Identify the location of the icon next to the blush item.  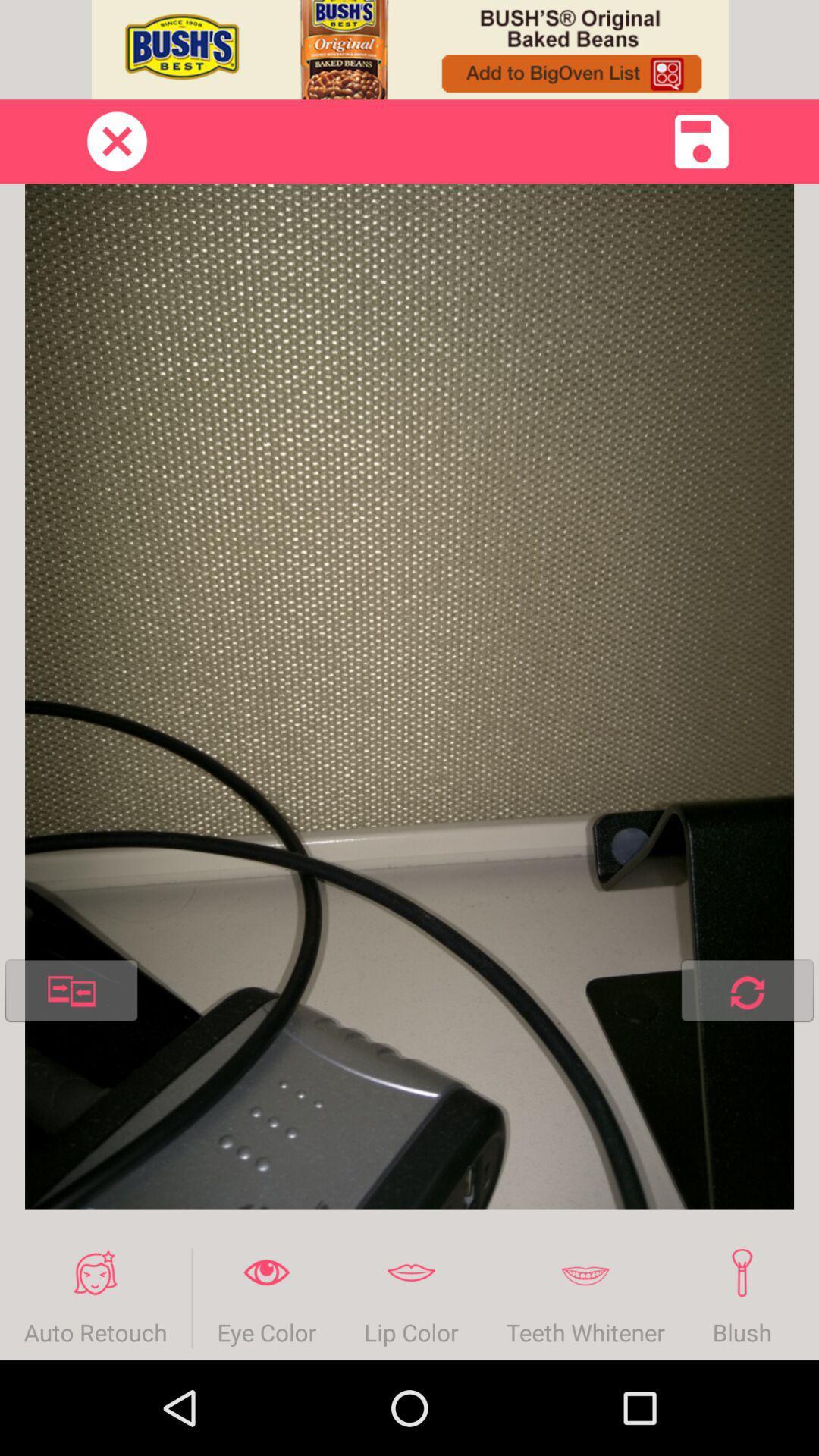
(585, 1298).